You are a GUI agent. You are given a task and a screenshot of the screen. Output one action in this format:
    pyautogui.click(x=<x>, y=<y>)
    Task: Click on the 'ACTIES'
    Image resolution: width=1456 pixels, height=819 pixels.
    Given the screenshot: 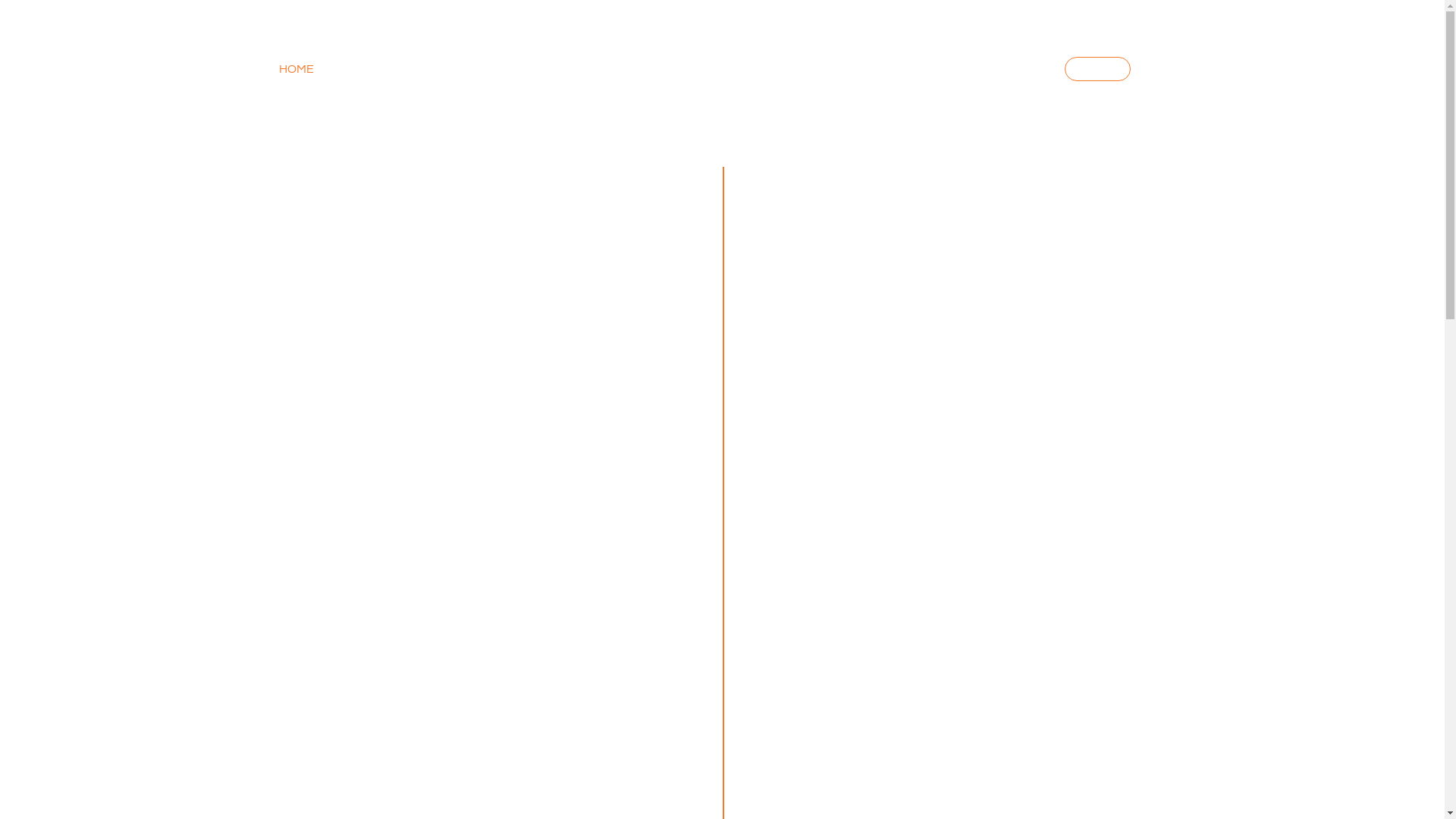 What is the action you would take?
    pyautogui.click(x=1063, y=69)
    